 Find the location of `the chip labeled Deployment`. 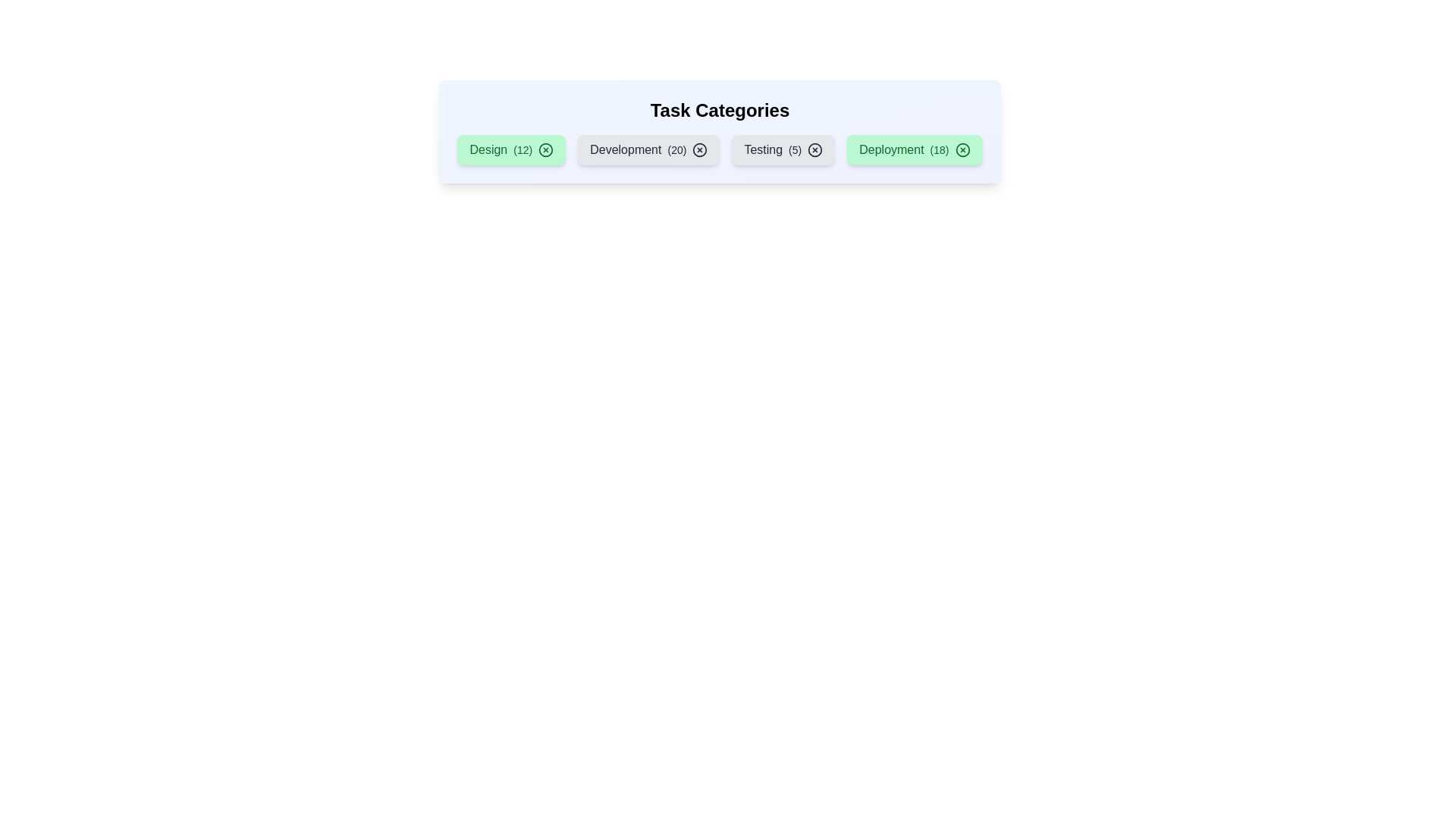

the chip labeled Deployment is located at coordinates (914, 149).